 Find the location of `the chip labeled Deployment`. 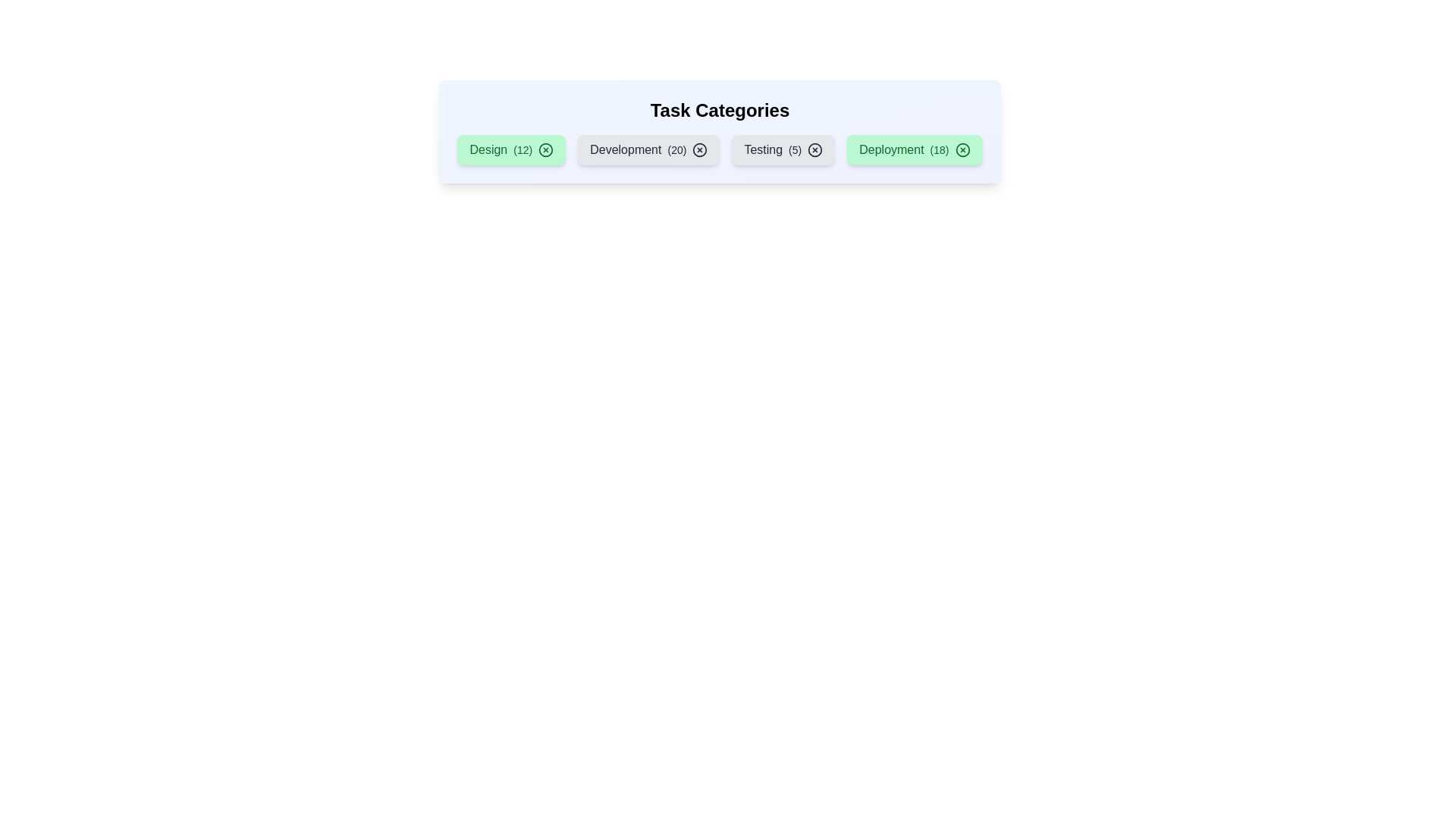

the chip labeled Deployment is located at coordinates (914, 149).